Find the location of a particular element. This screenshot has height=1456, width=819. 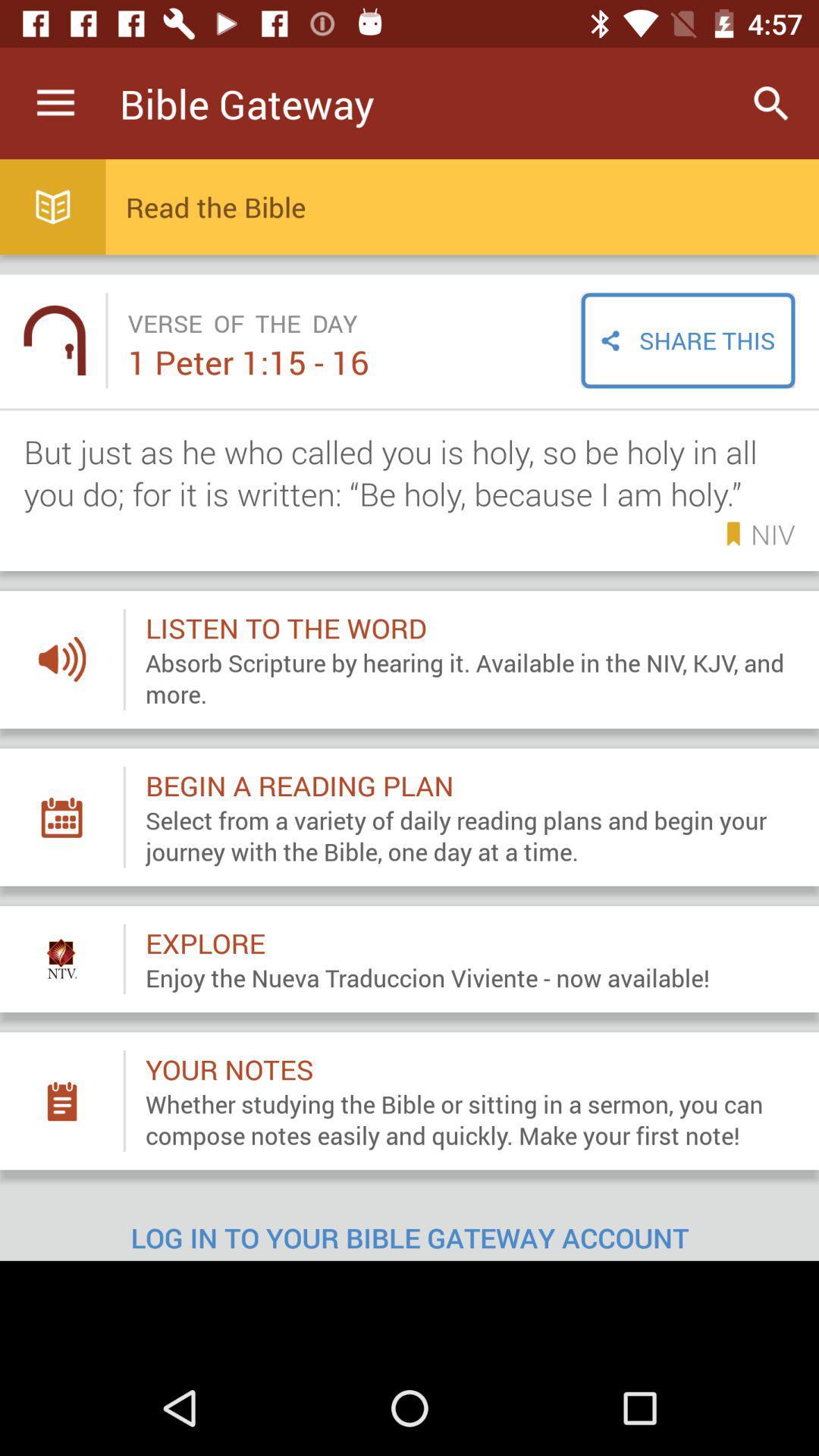

the icon next to the bible gateway app is located at coordinates (55, 102).